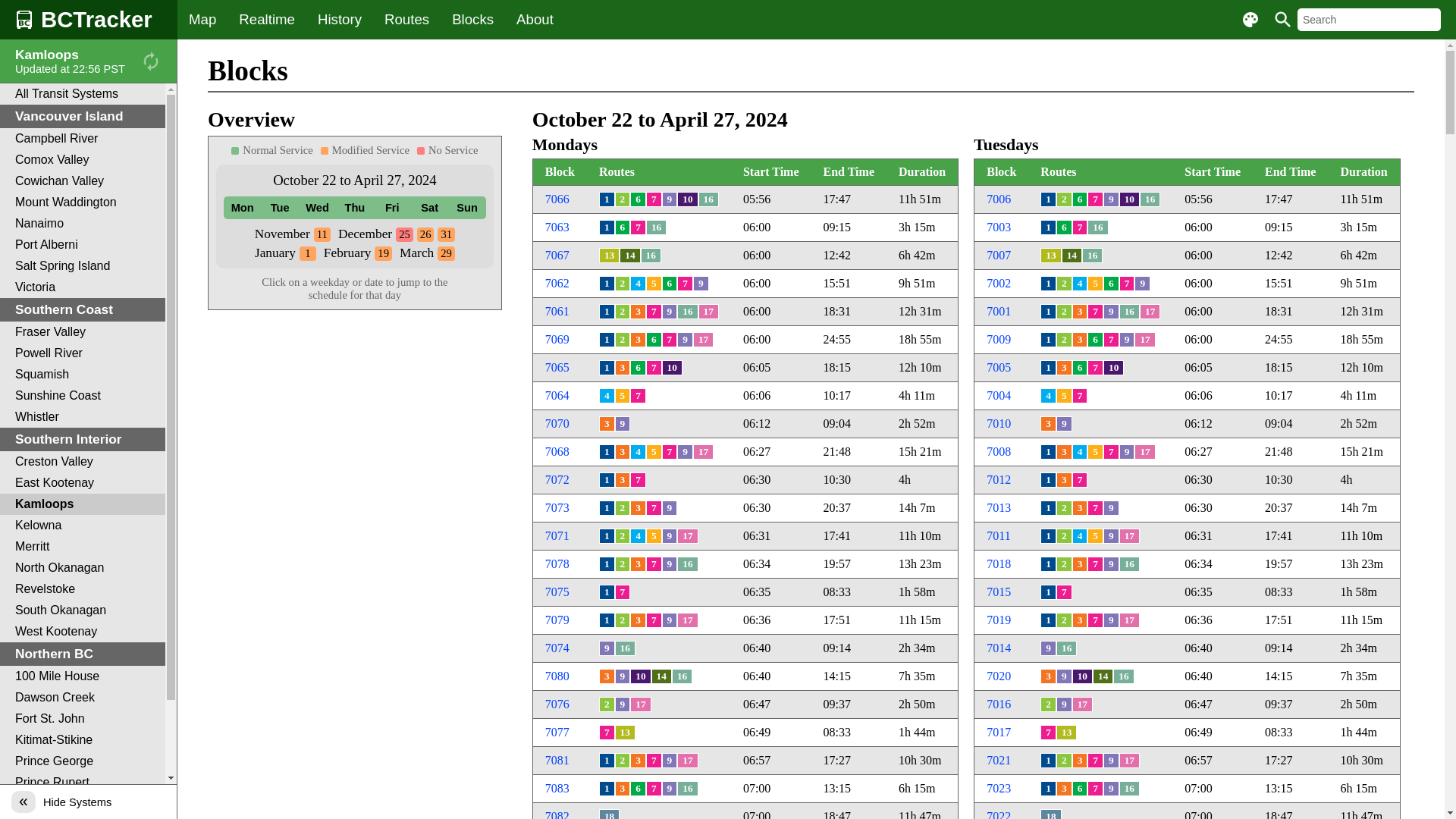  Describe the element at coordinates (82, 718) in the screenshot. I see `'Fort St. John'` at that location.